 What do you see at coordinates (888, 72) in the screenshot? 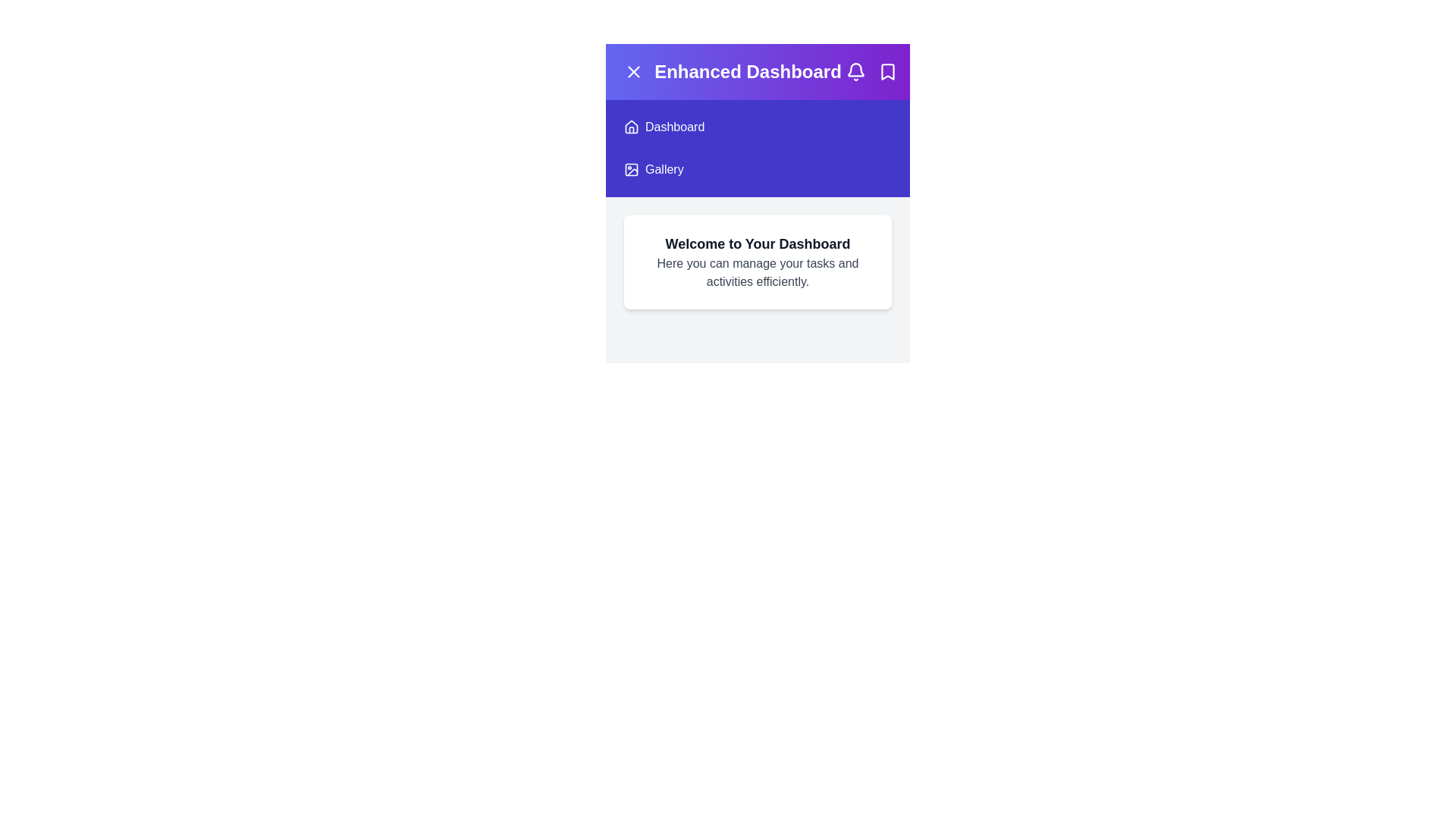
I see `the 'Bookmark' icon to interact with it` at bounding box center [888, 72].